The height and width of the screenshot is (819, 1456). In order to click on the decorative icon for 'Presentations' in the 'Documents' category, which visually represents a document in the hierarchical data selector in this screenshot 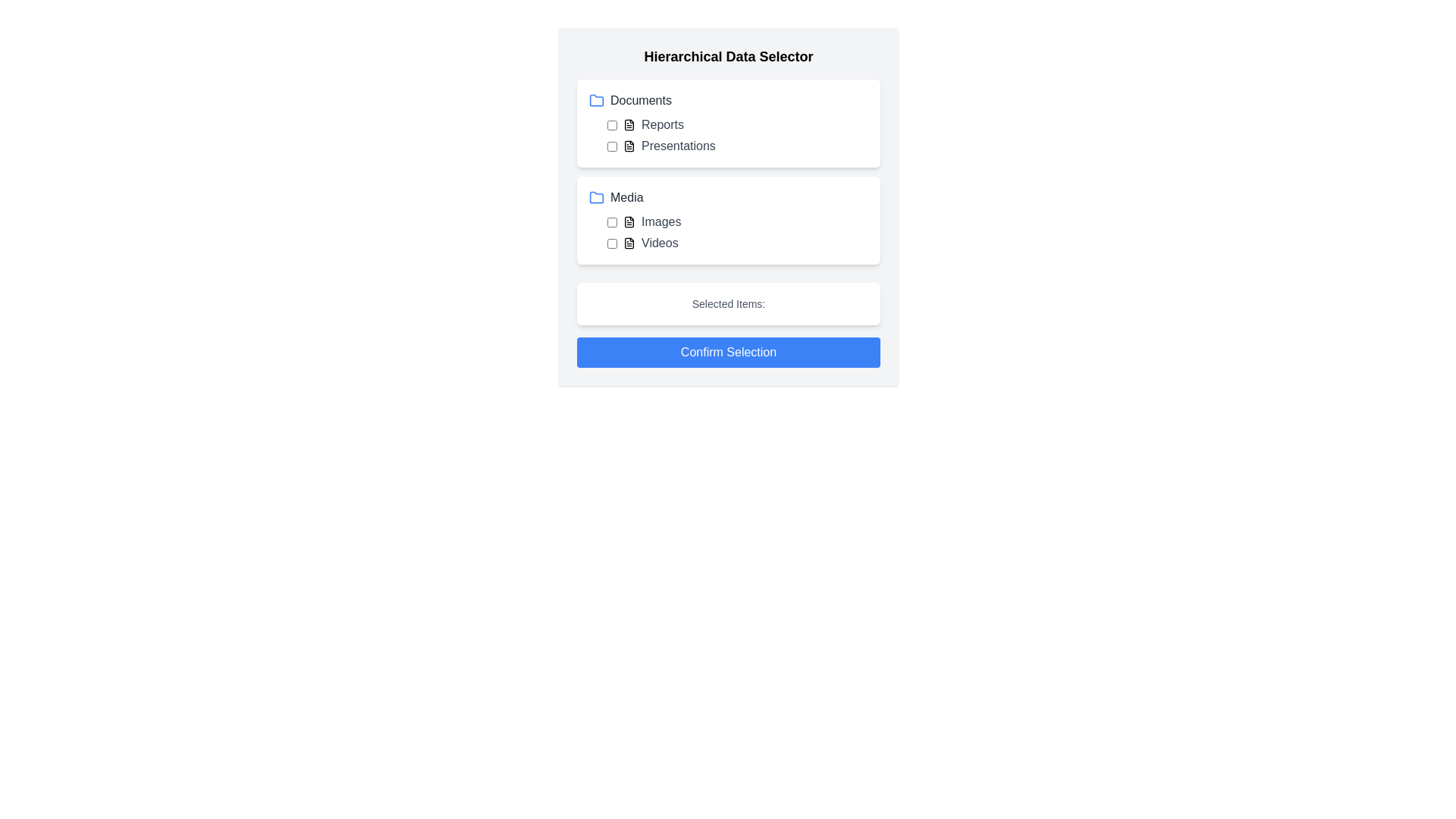, I will do `click(629, 146)`.